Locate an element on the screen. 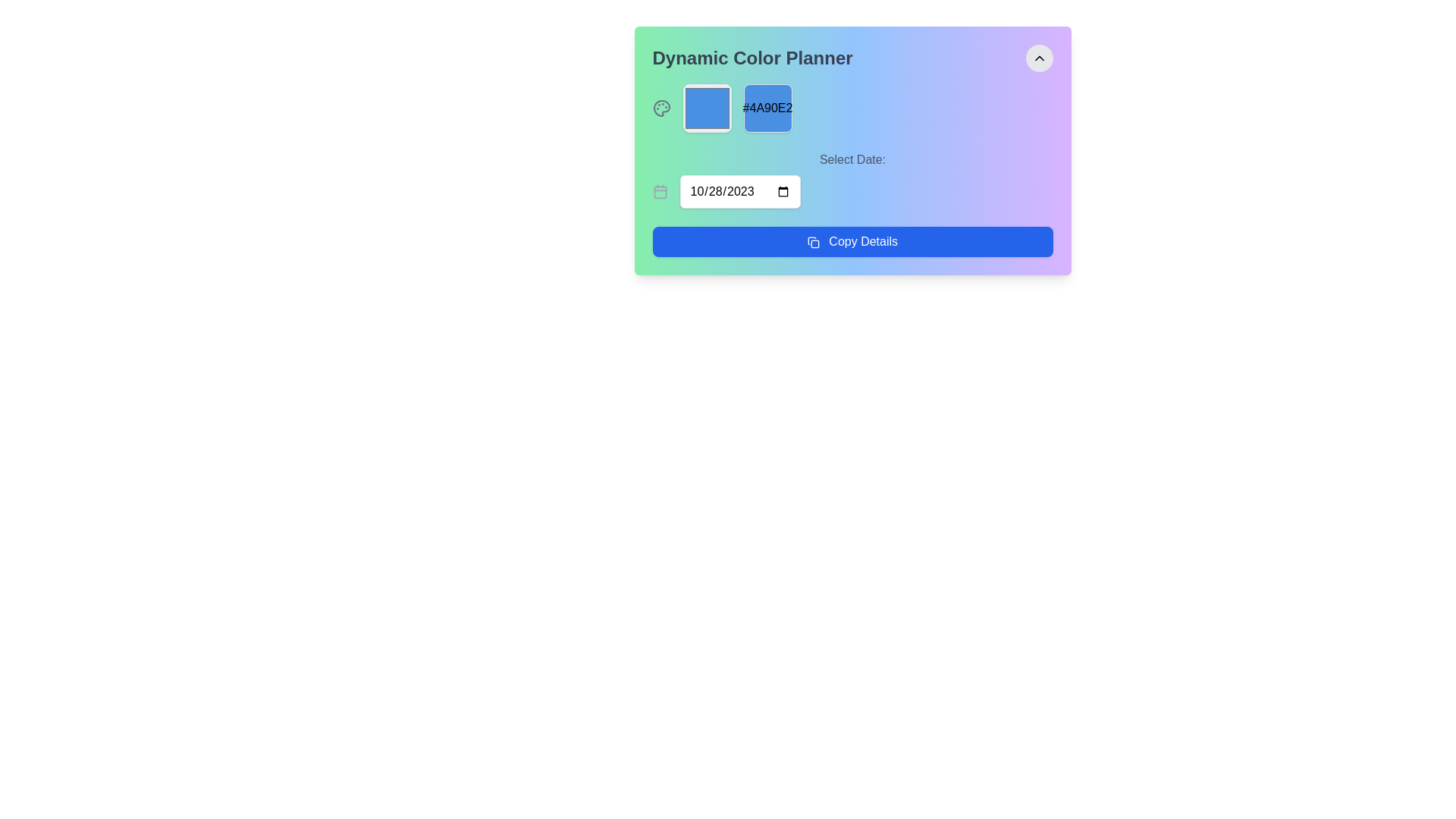 The image size is (1456, 819). the calendar icon with a gray outline, located to the left of the date input field in the 'Dynamic Color Planner' card layout is located at coordinates (660, 191).